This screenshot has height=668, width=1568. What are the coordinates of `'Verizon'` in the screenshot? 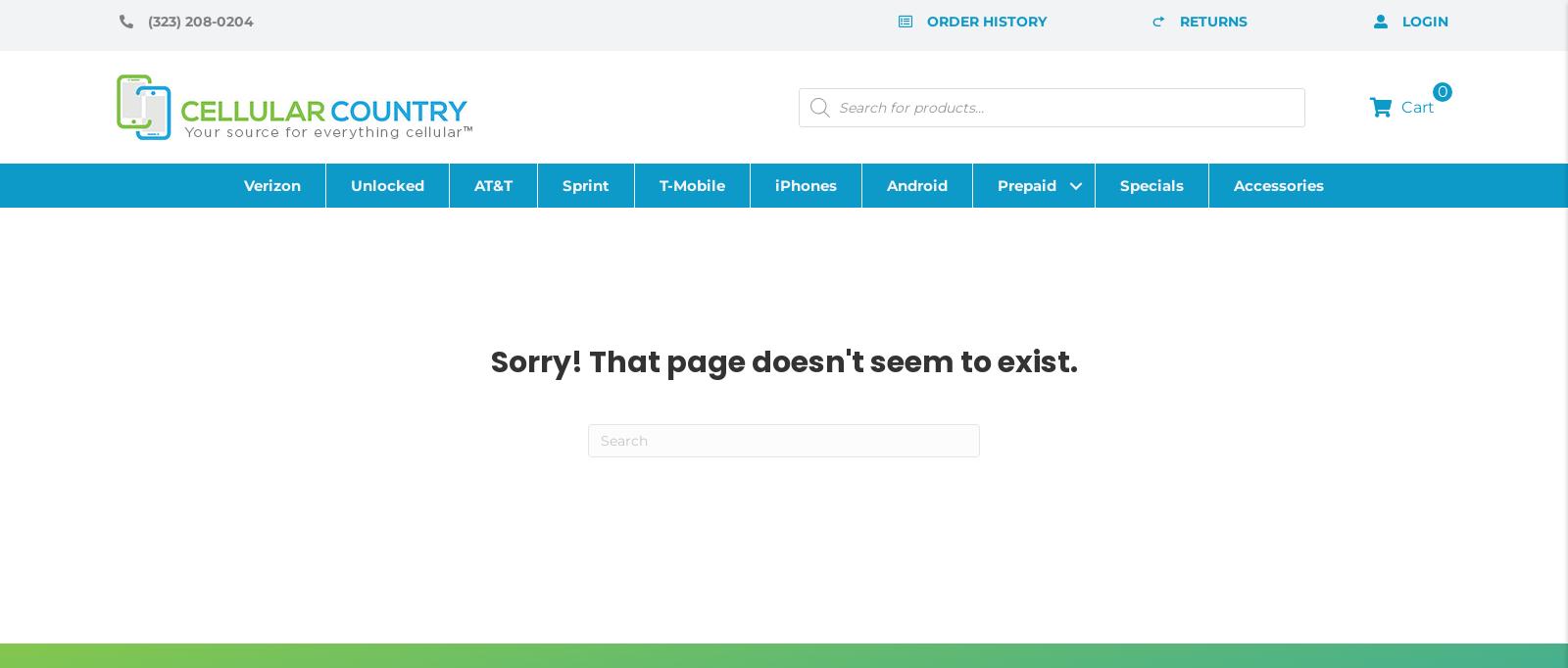 It's located at (243, 185).